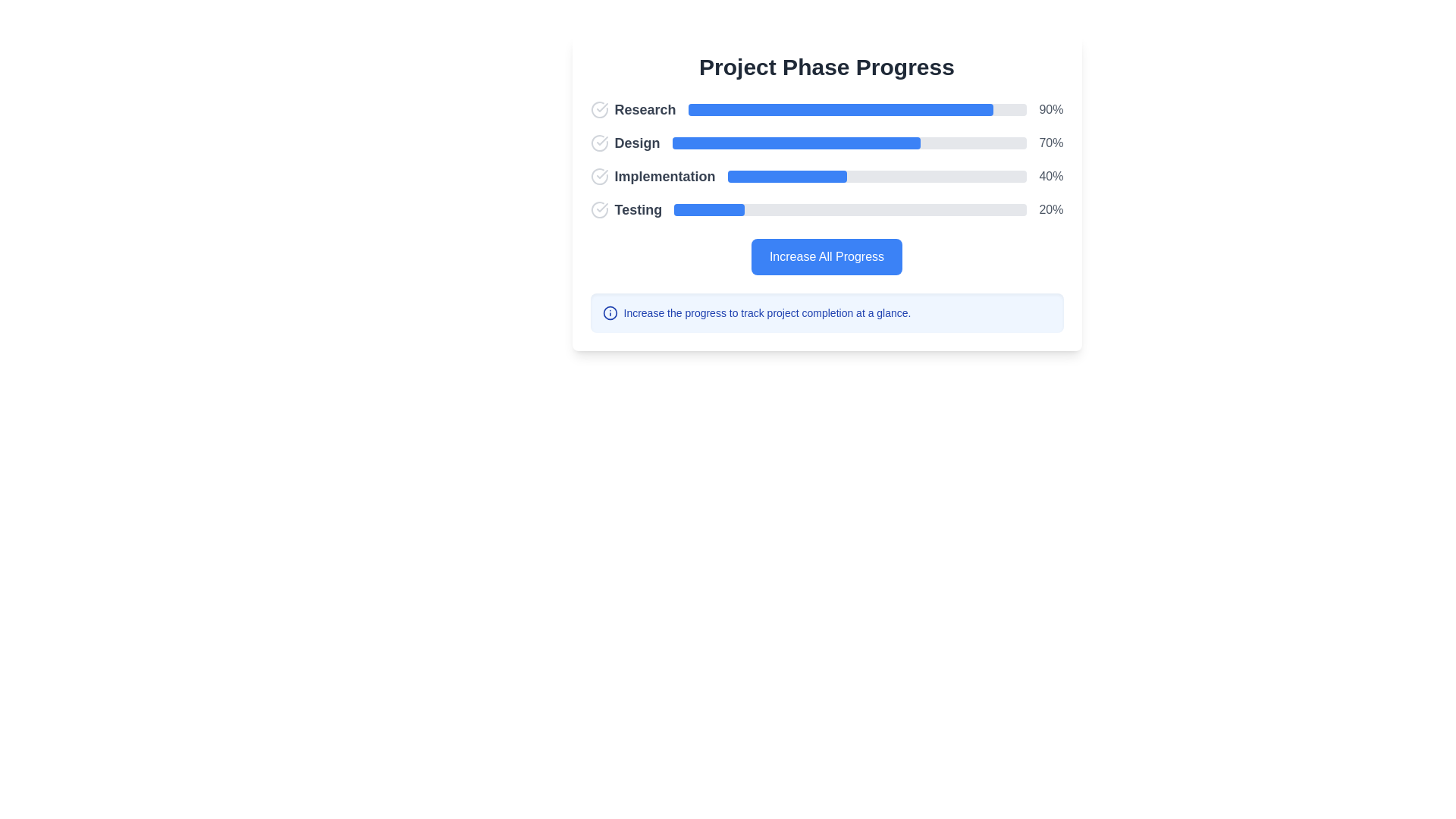 This screenshot has width=1456, height=819. What do you see at coordinates (637, 143) in the screenshot?
I see `the text label representing the 'Design' phase` at bounding box center [637, 143].